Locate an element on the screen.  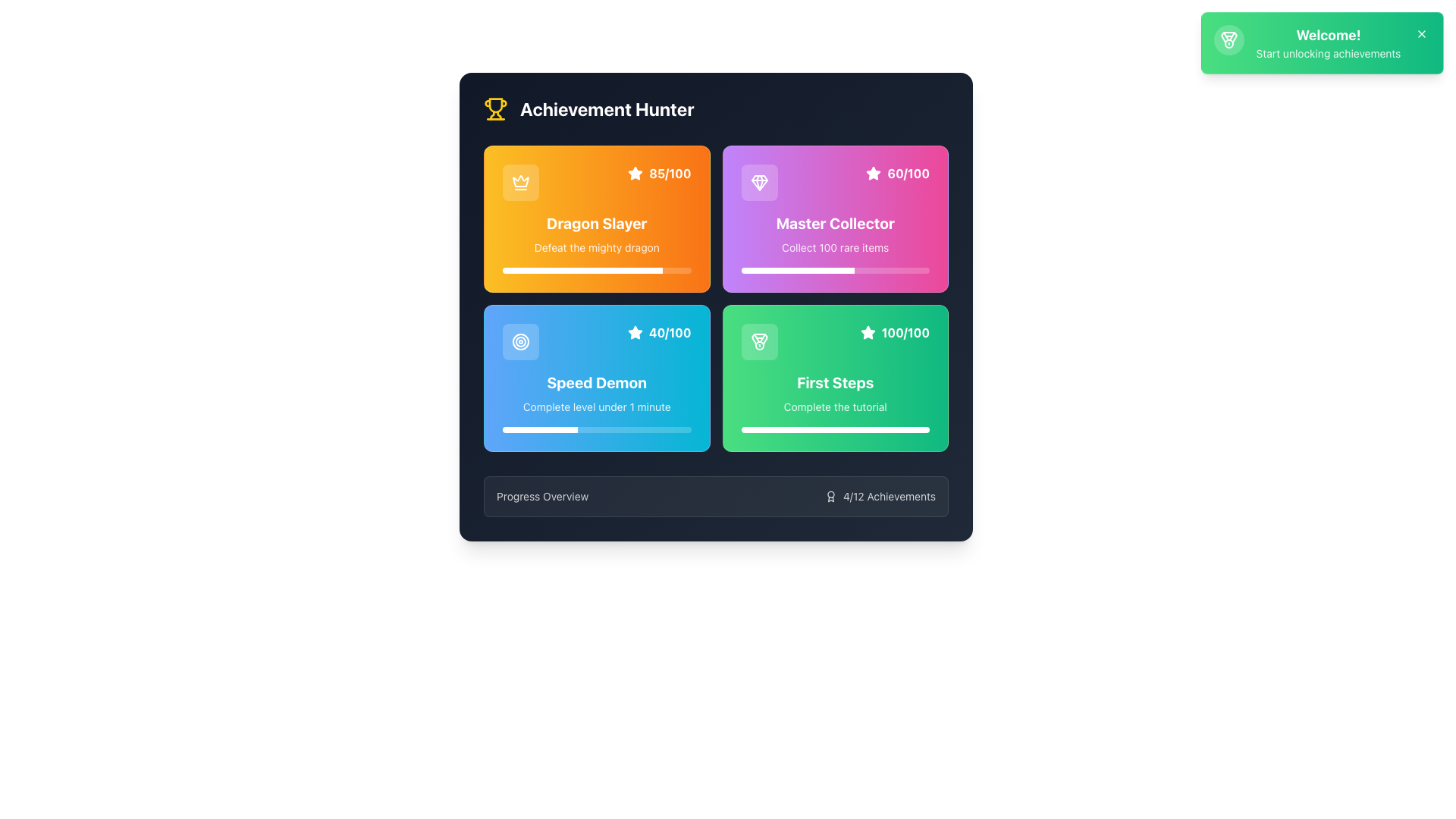
the progress of the 'Dragon Slayer' achievement is located at coordinates (588, 270).